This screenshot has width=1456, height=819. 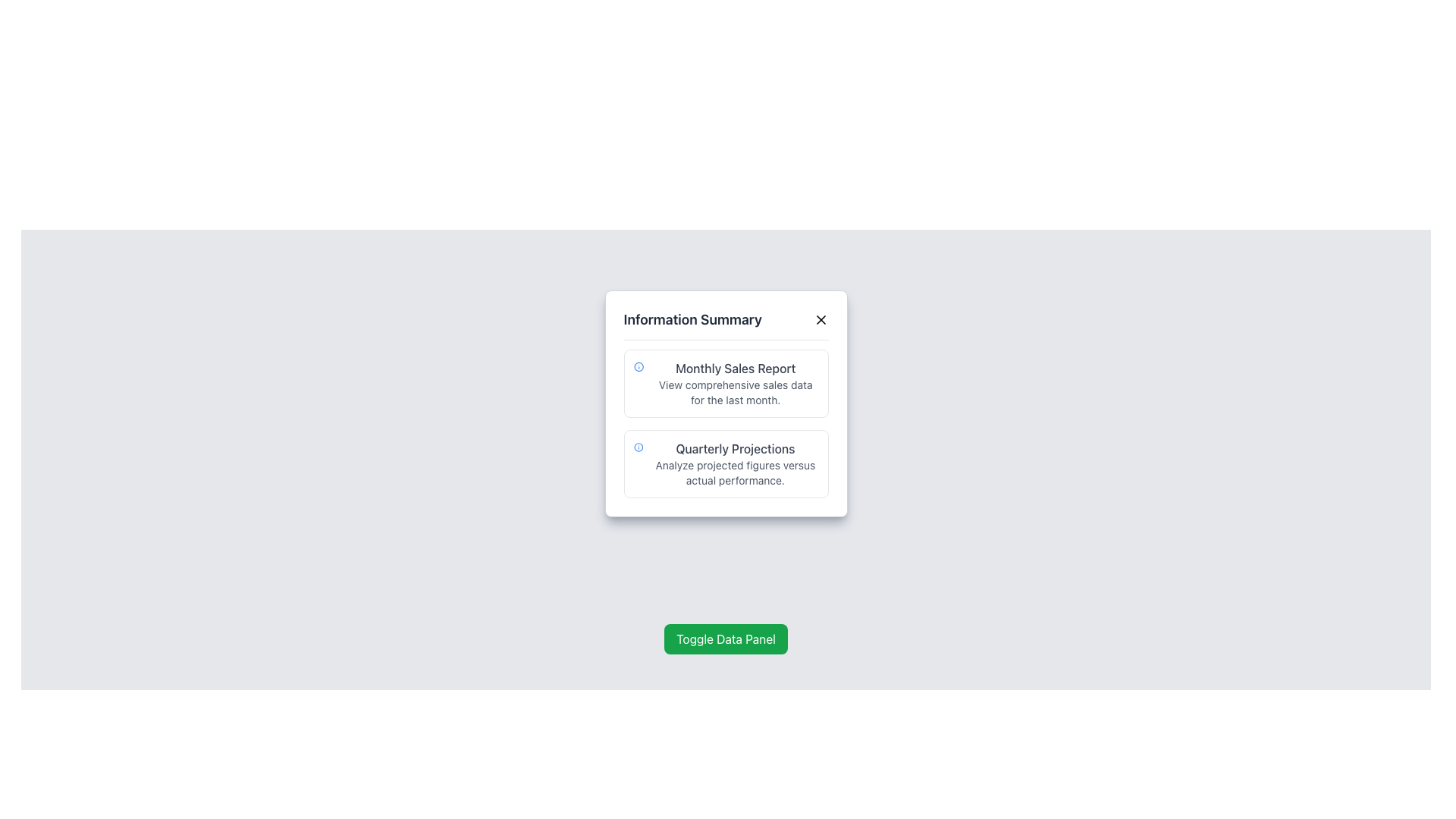 I want to click on the first Clickable card that presents an overview of monthly sales data, located within a centered modal above the 'Quarterly Projections' card, so click(x=725, y=382).